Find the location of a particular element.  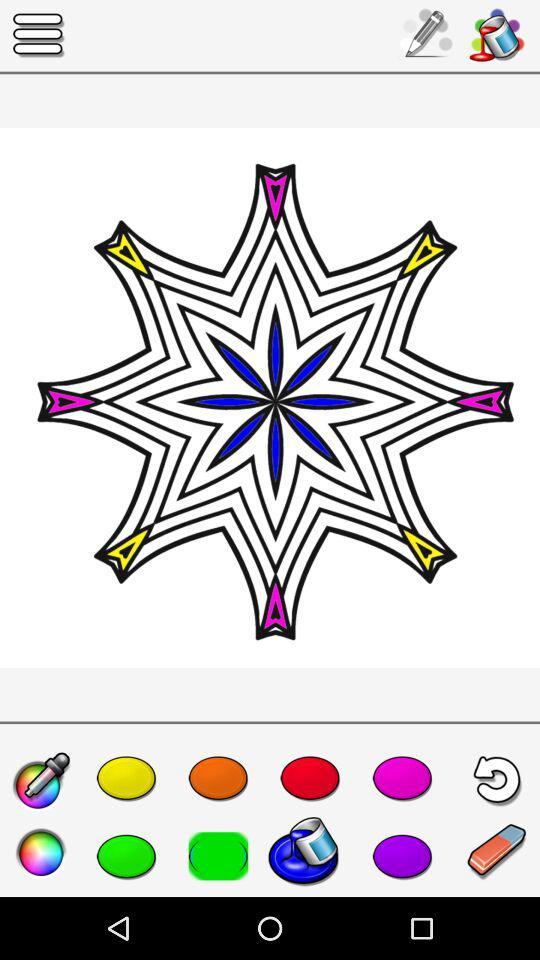

the edit icon is located at coordinates (41, 782).